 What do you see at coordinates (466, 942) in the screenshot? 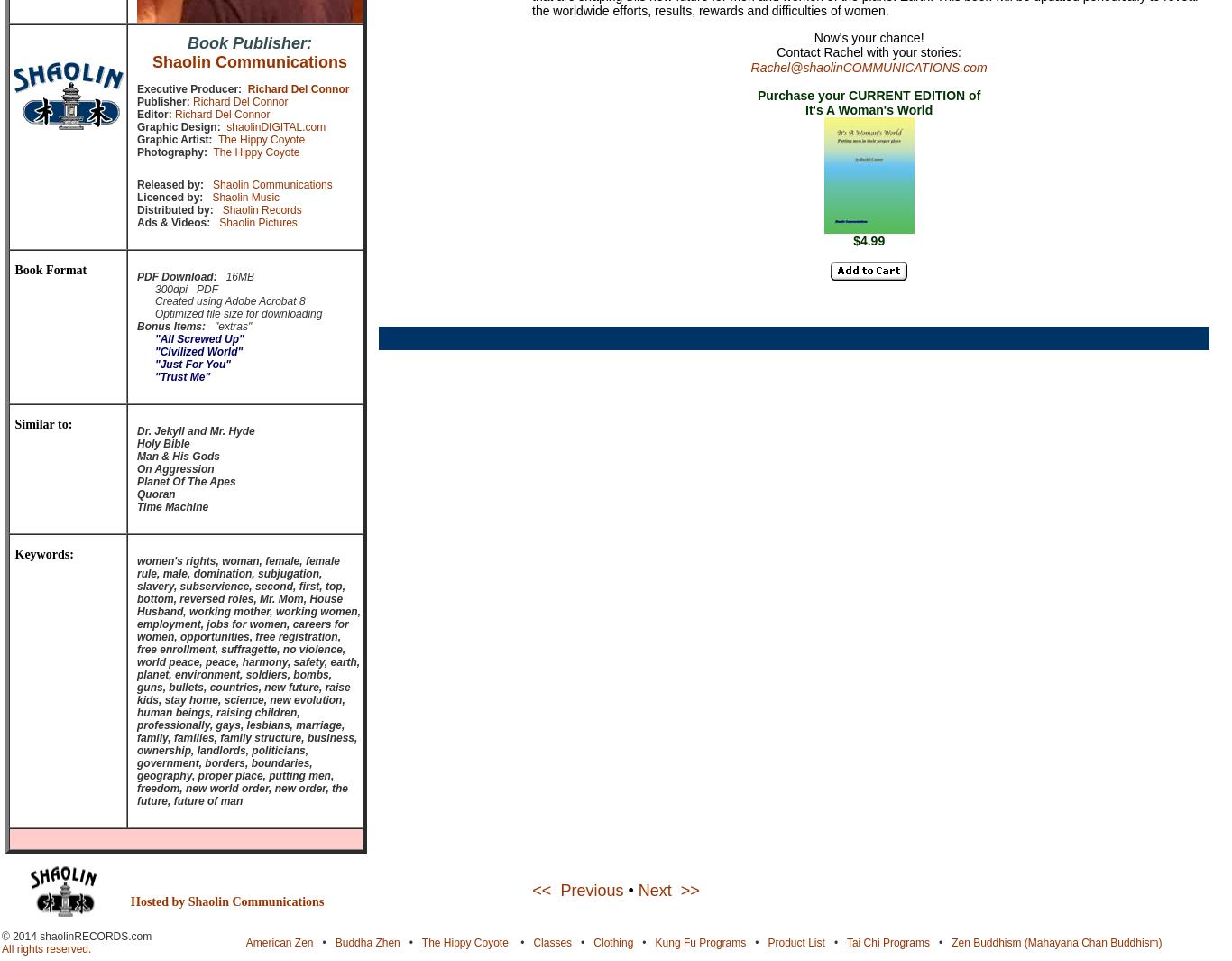
I see `'The Hippy Coyote'` at bounding box center [466, 942].